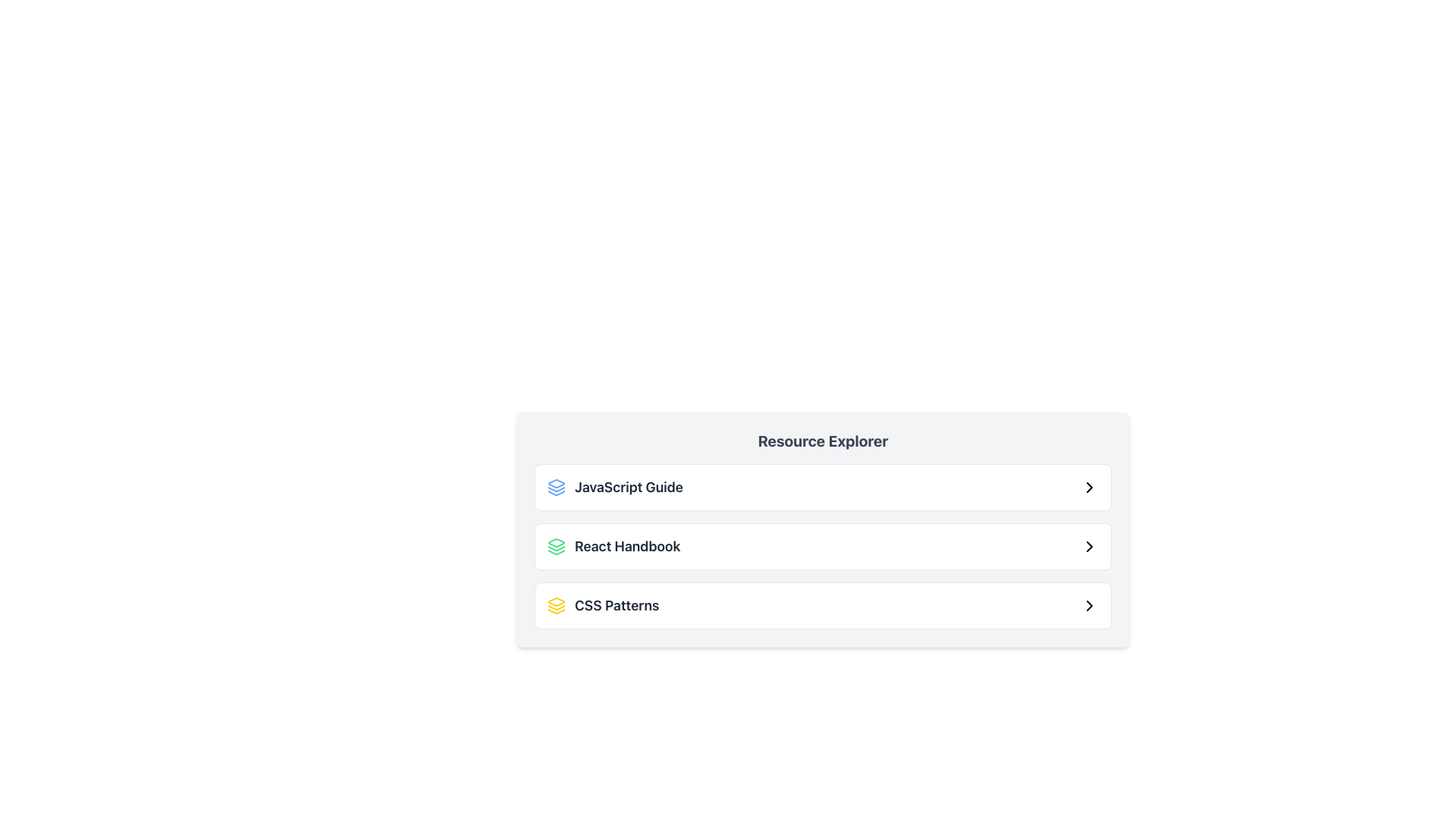  Describe the element at coordinates (1088, 488) in the screenshot. I see `the right-facing Chevron icon located on the far right side of the first item in the 'Resource Explorer' menu, which is labeled 'JavaScript Guide'` at that location.